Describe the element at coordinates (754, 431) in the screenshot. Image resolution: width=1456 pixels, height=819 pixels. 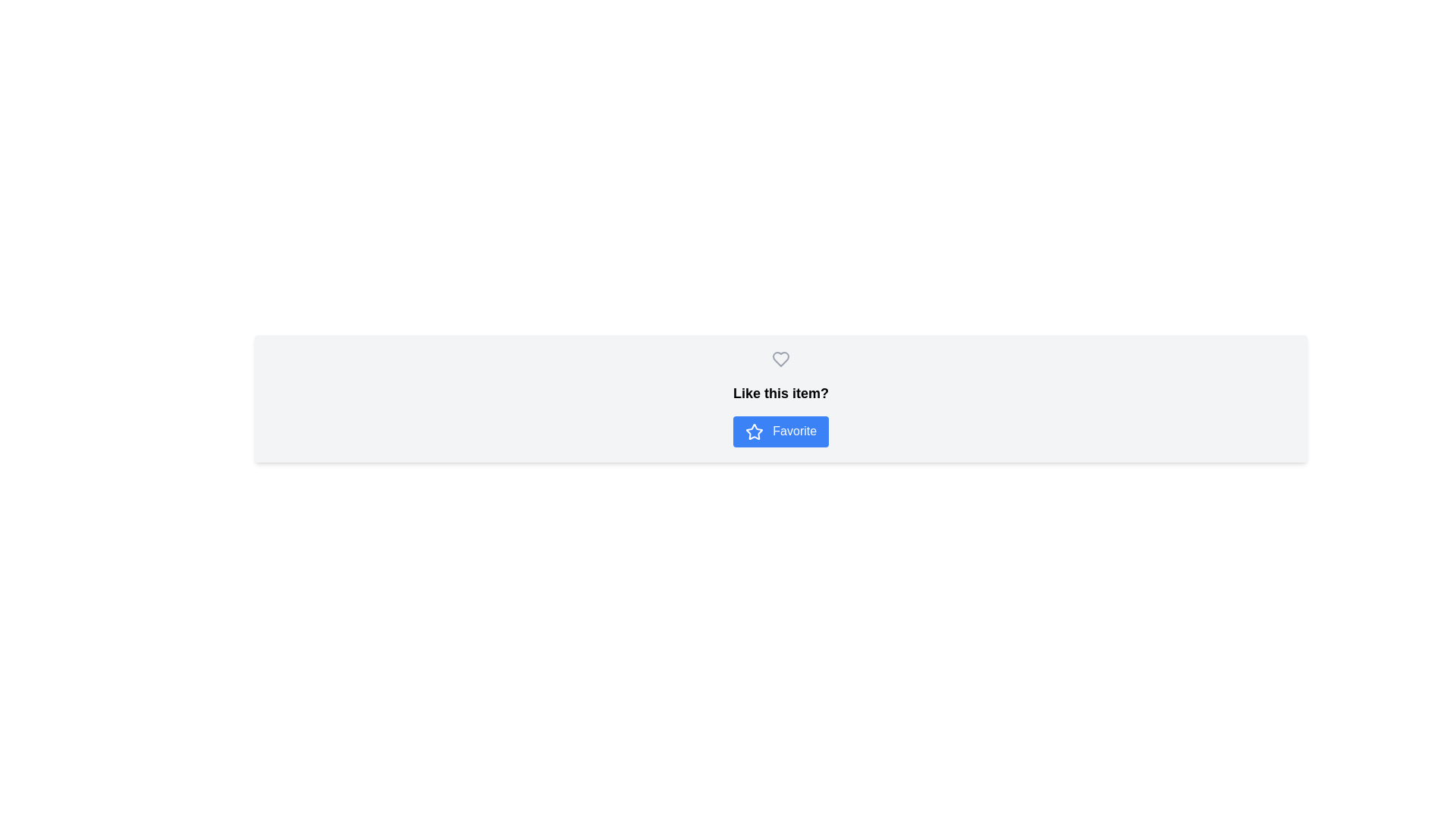
I see `the decorative icon located within the 'Favorite' button` at that location.